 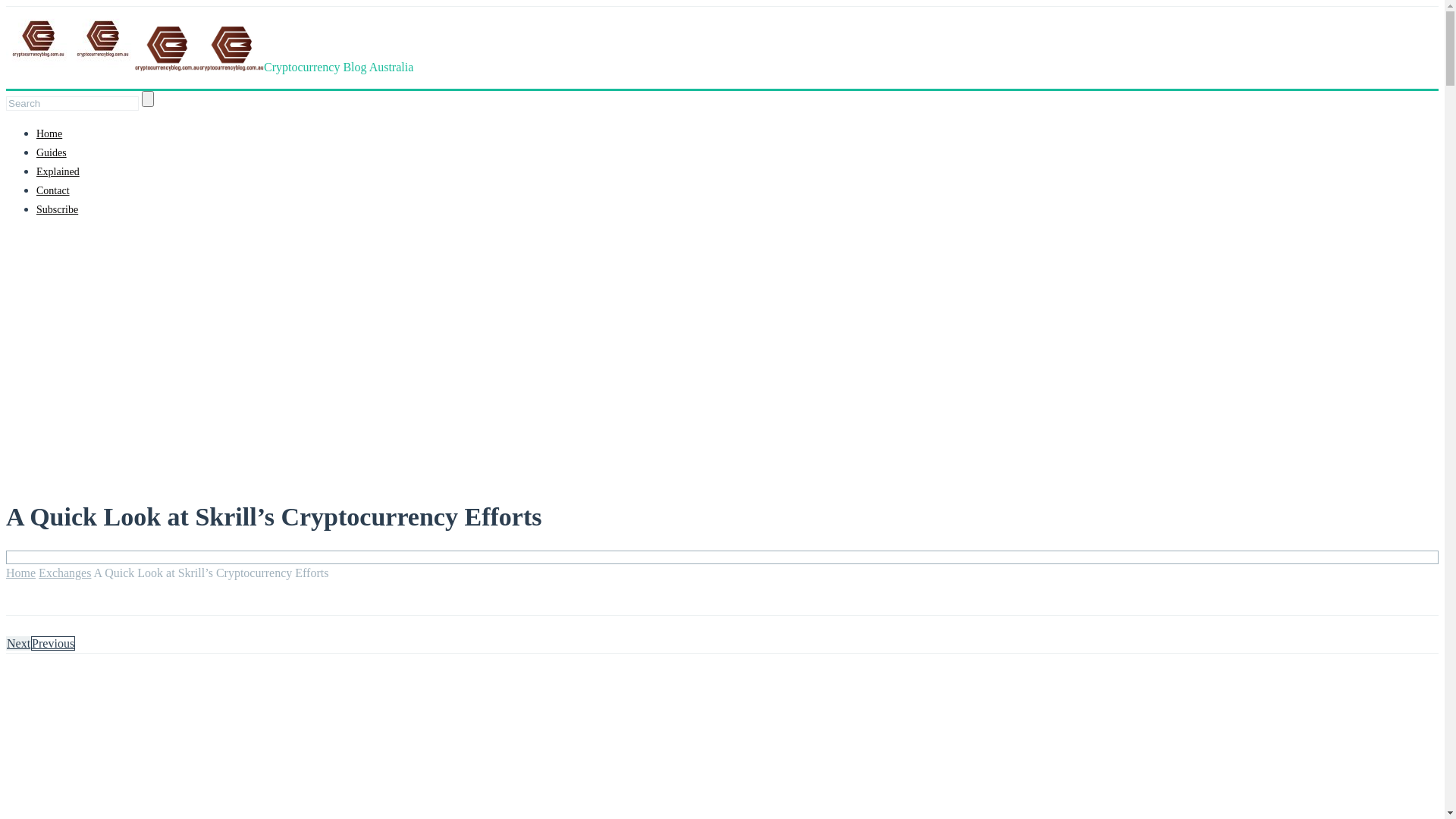 I want to click on 'Previous', so click(x=53, y=643).